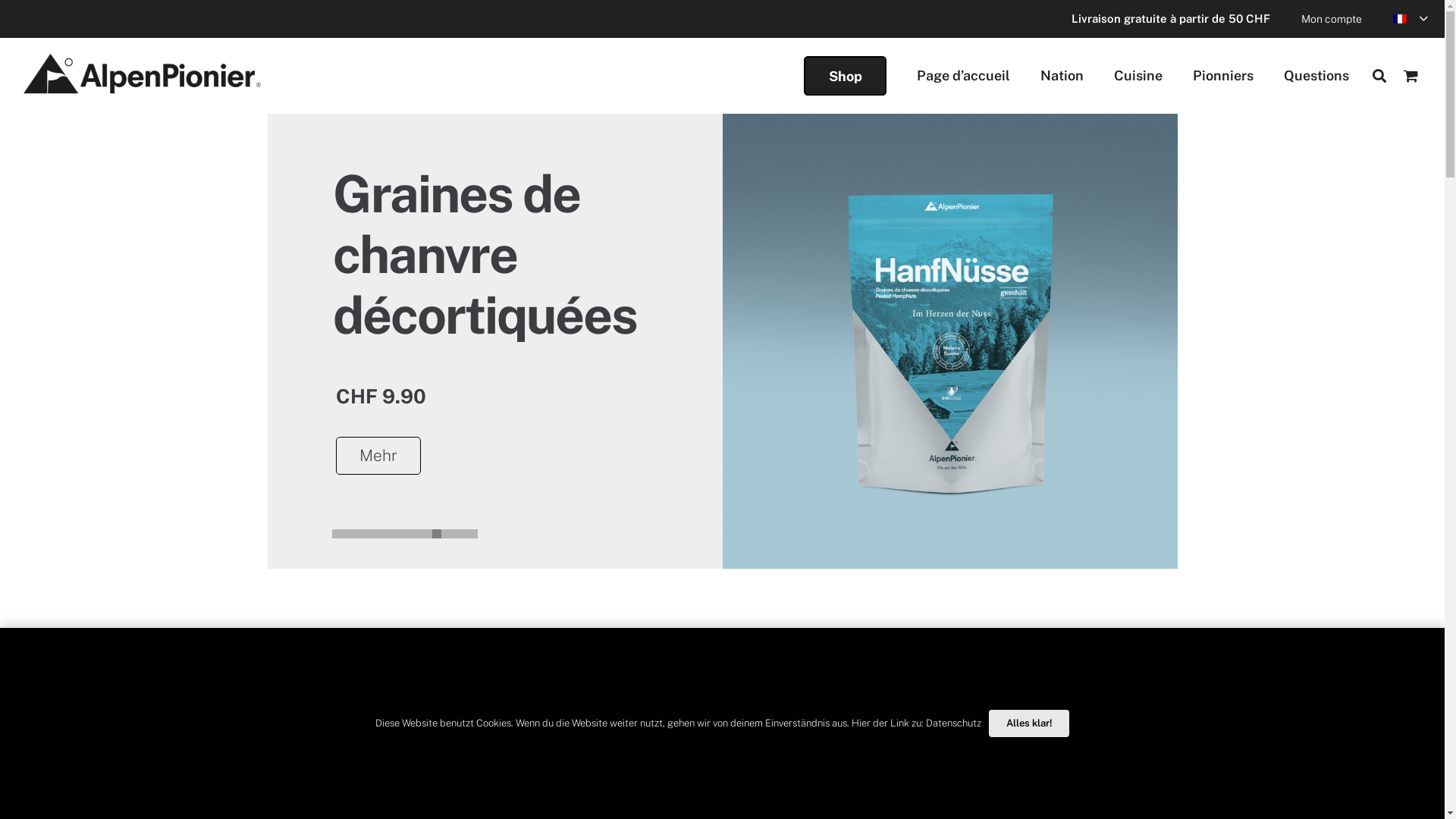 Image resolution: width=1456 pixels, height=819 pixels. I want to click on 'Alles klar!', so click(1029, 722).